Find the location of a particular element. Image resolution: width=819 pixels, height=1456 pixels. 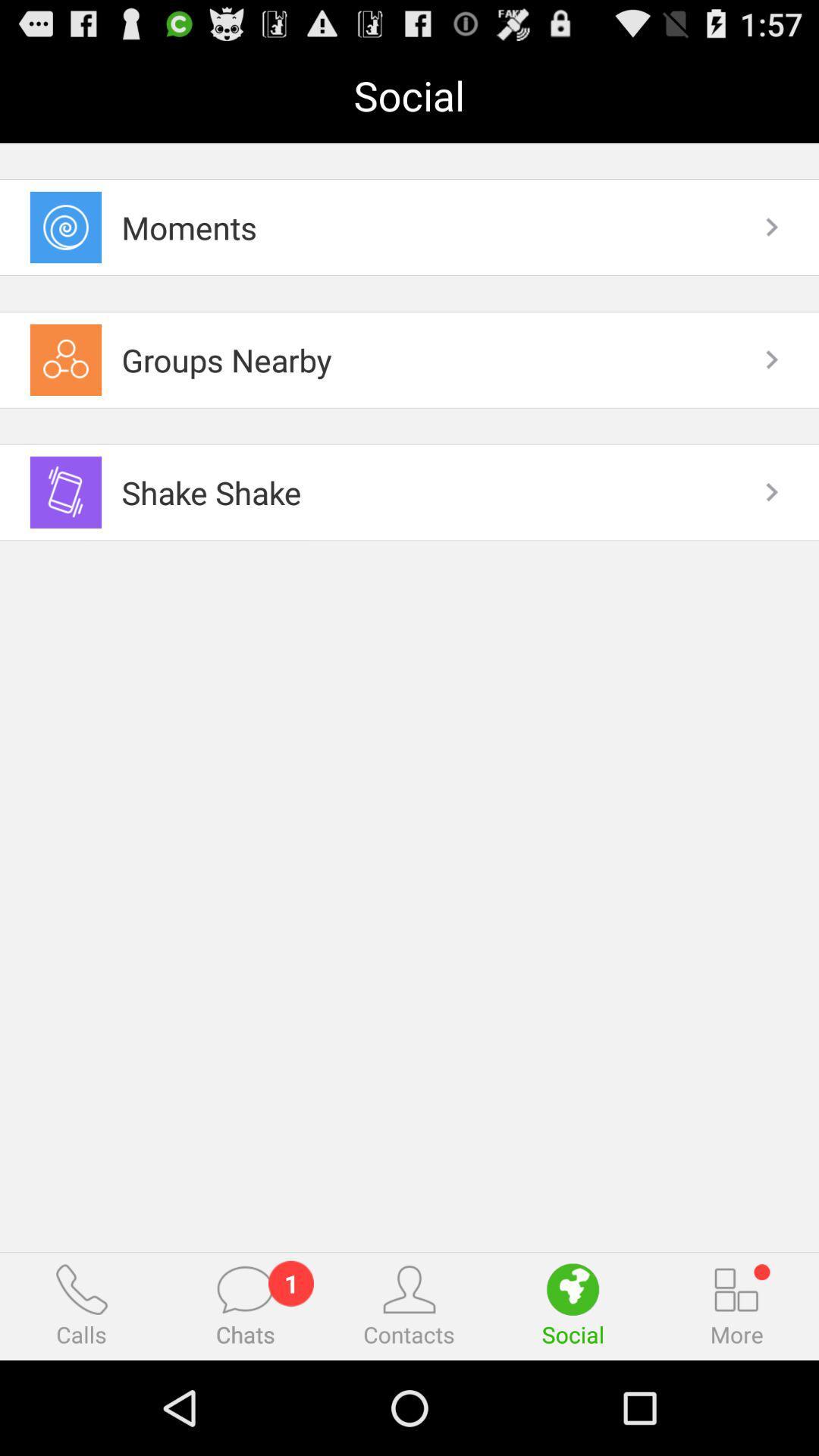

telephone symbol is located at coordinates (81, 1288).